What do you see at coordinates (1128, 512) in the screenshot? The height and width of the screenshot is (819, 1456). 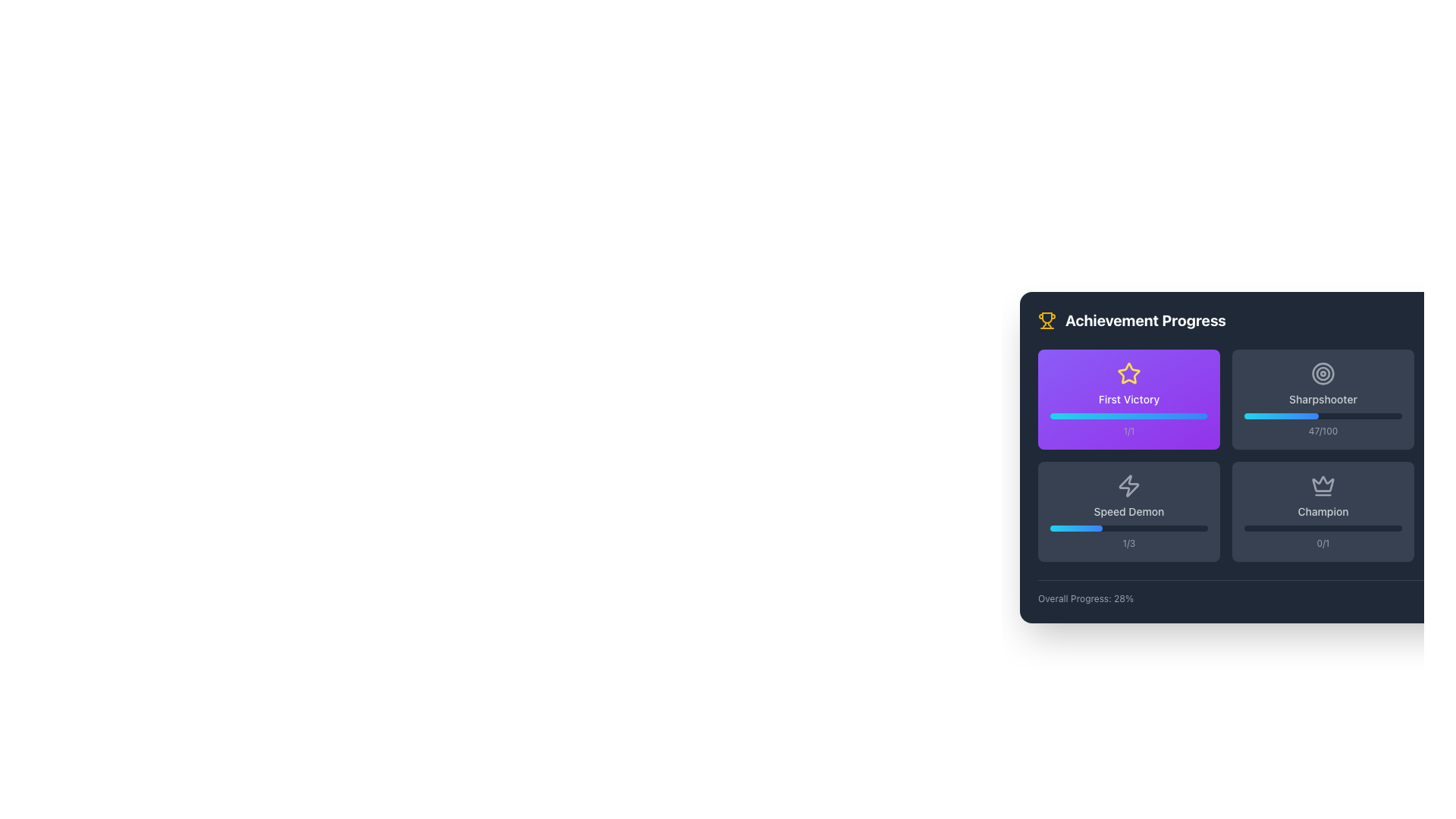 I see `the text label displaying 'Speed Demon', which is located within the achievement tracker section, positioned between a lightning bolt icon and a progress bar` at bounding box center [1128, 512].